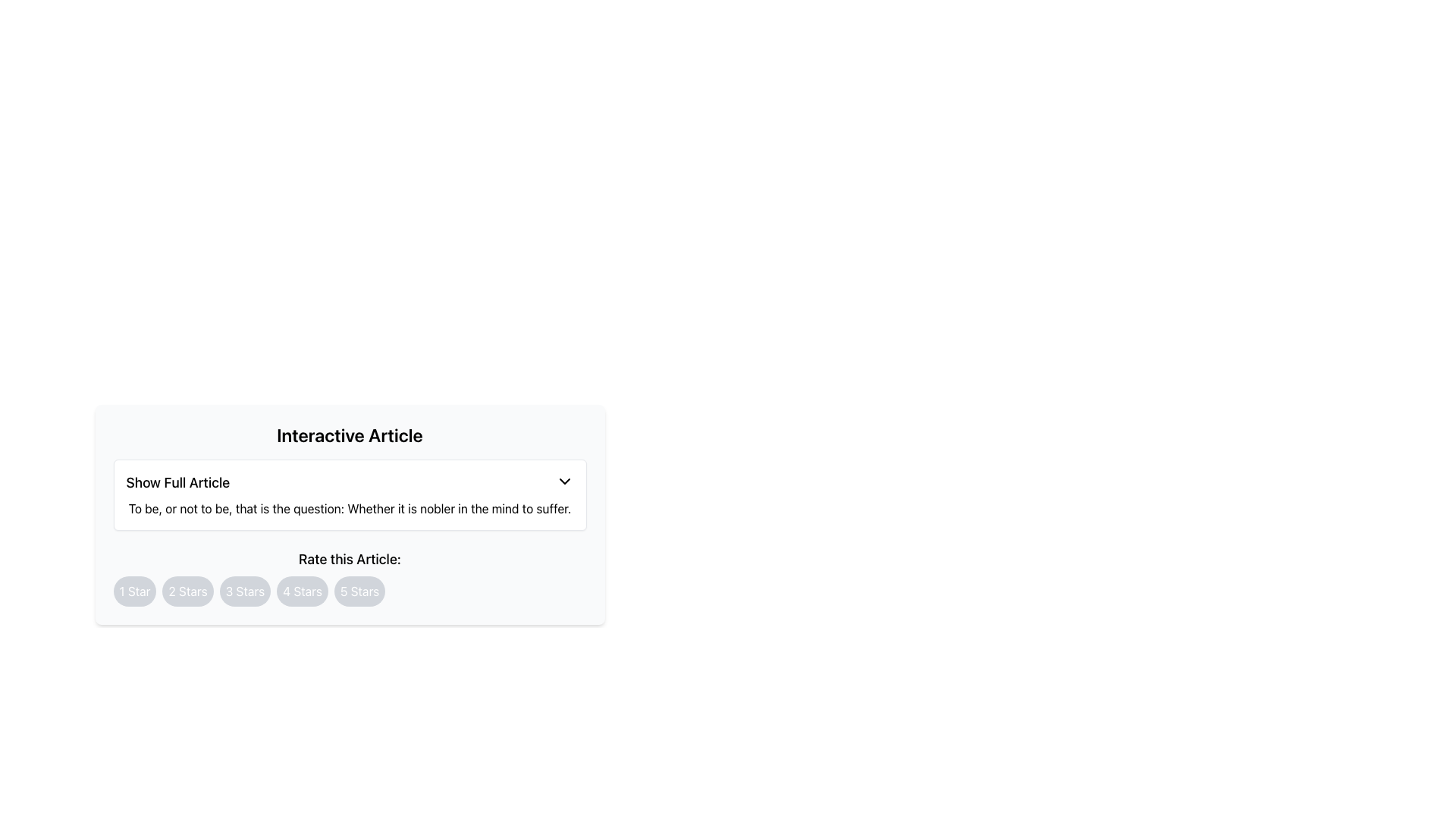 This screenshot has width=1456, height=819. What do you see at coordinates (359, 590) in the screenshot?
I see `the fifth button in the horizontal row of rating buttons to assign a '5-star' rating to the article, indicating high approval or satisfaction with the content` at bounding box center [359, 590].